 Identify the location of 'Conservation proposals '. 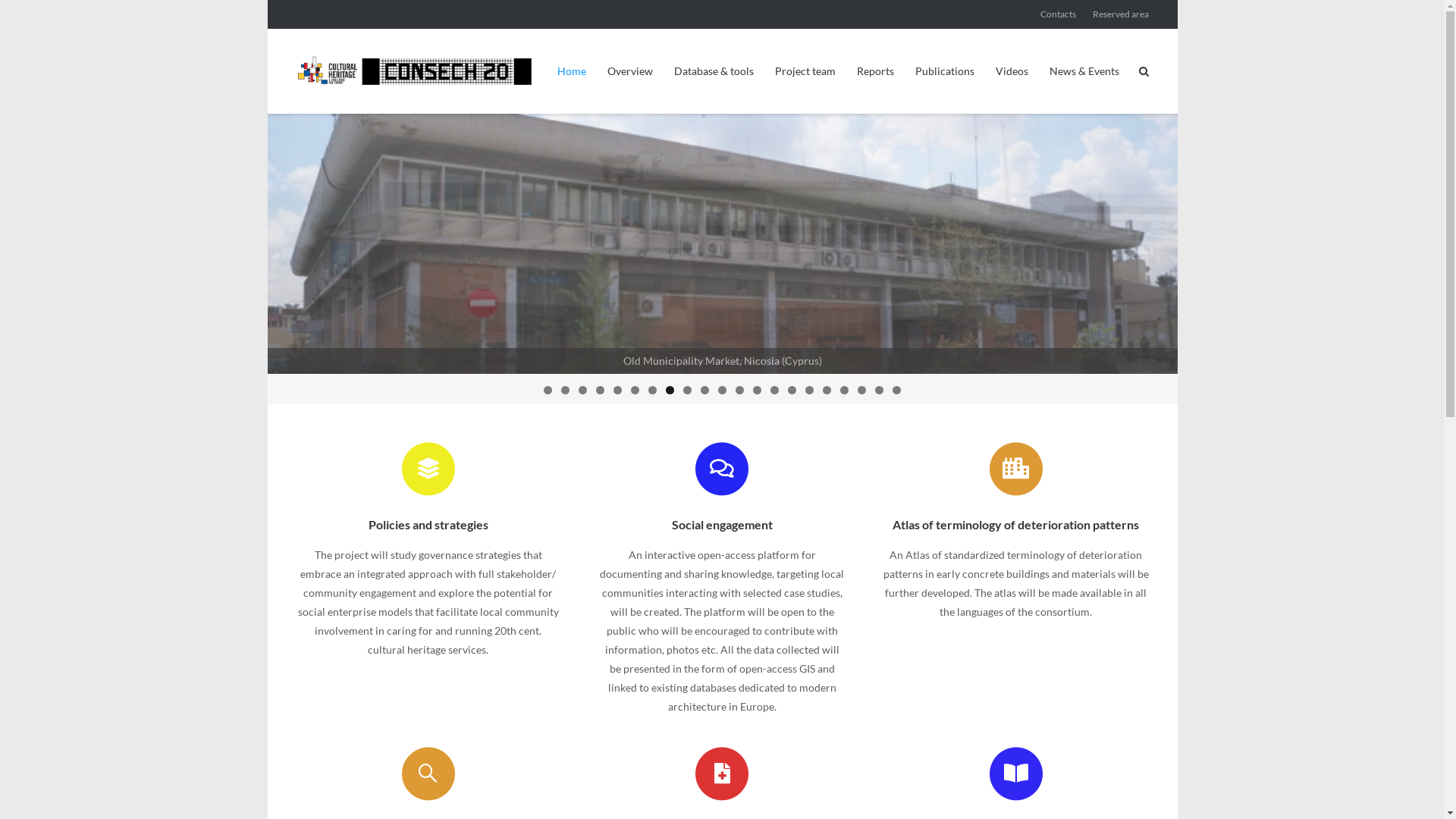
(720, 773).